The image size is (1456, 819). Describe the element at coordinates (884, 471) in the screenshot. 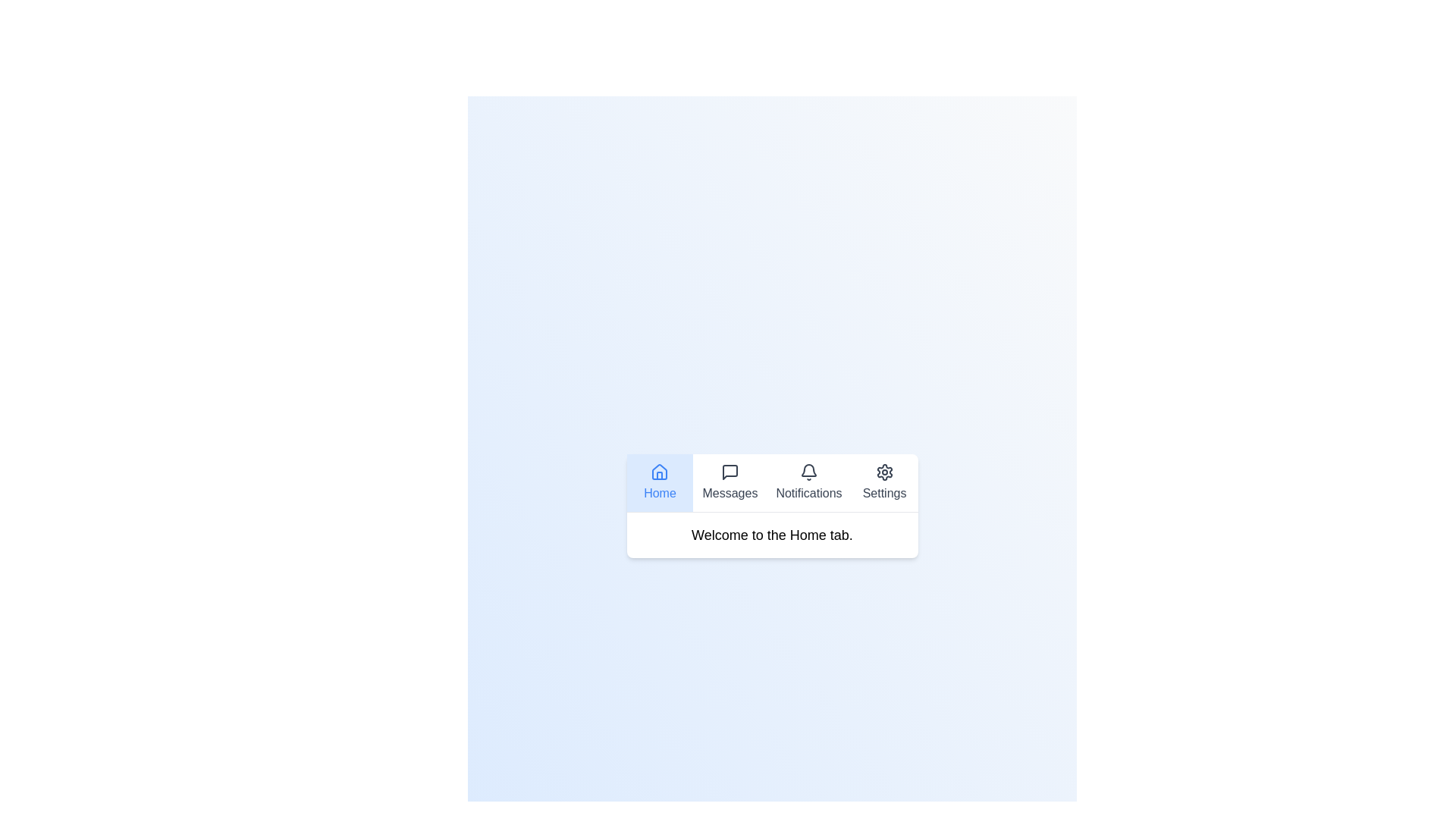

I see `the gear-like component of the settings icon located at the rightmost position in the horizontal menu bar at the bottom of the interface` at that location.